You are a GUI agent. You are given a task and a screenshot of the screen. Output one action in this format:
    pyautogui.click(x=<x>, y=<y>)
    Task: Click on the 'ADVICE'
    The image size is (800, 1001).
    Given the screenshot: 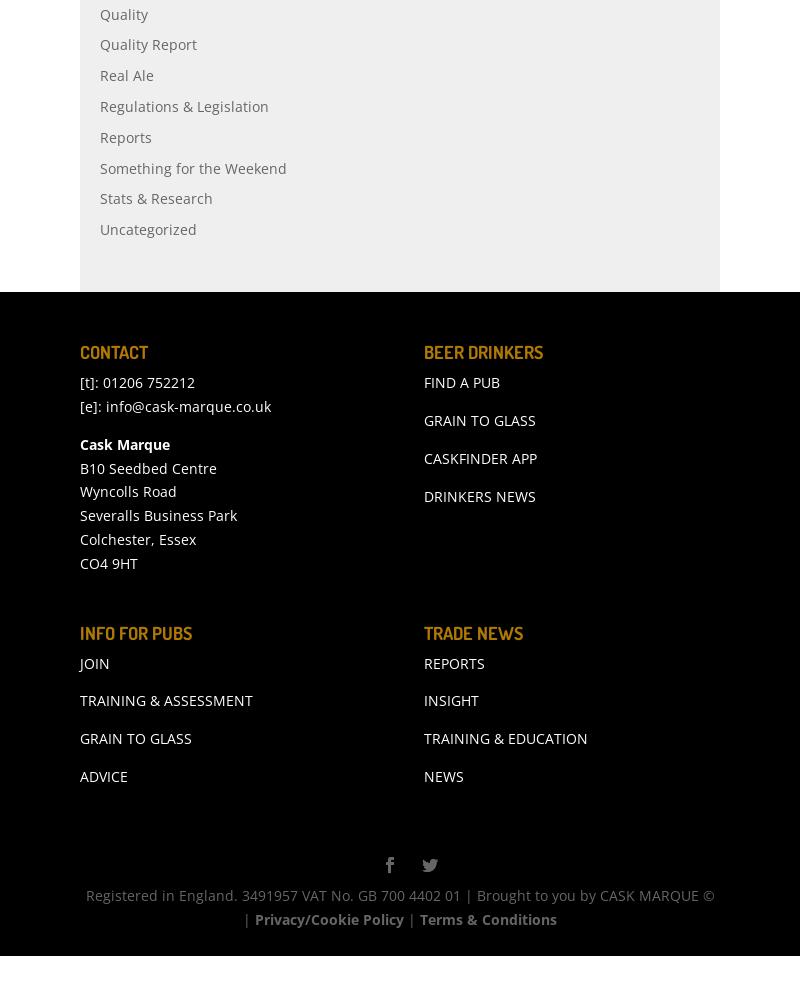 What is the action you would take?
    pyautogui.click(x=103, y=819)
    